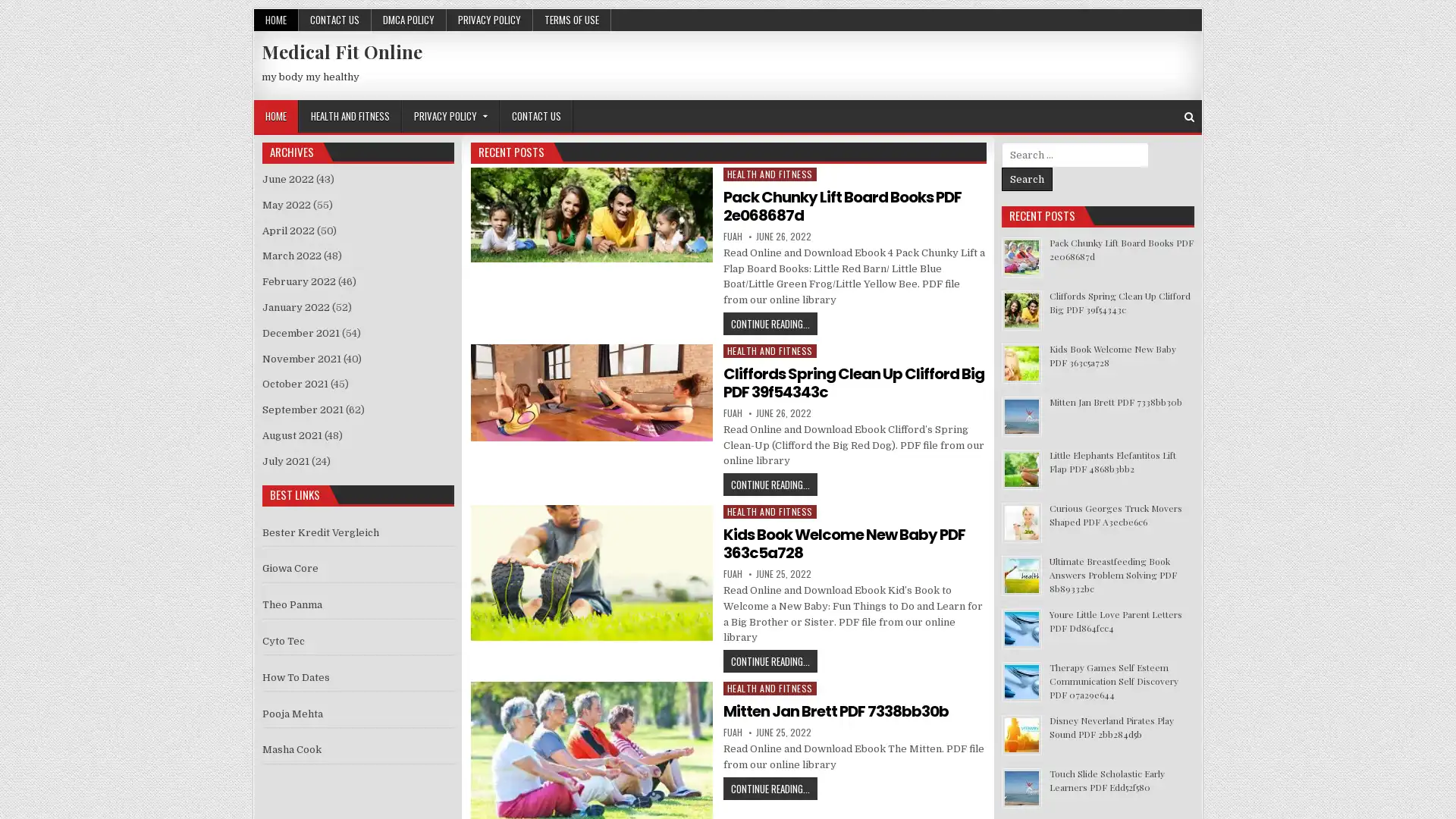 The height and width of the screenshot is (819, 1456). Describe the element at coordinates (1027, 178) in the screenshot. I see `Search` at that location.